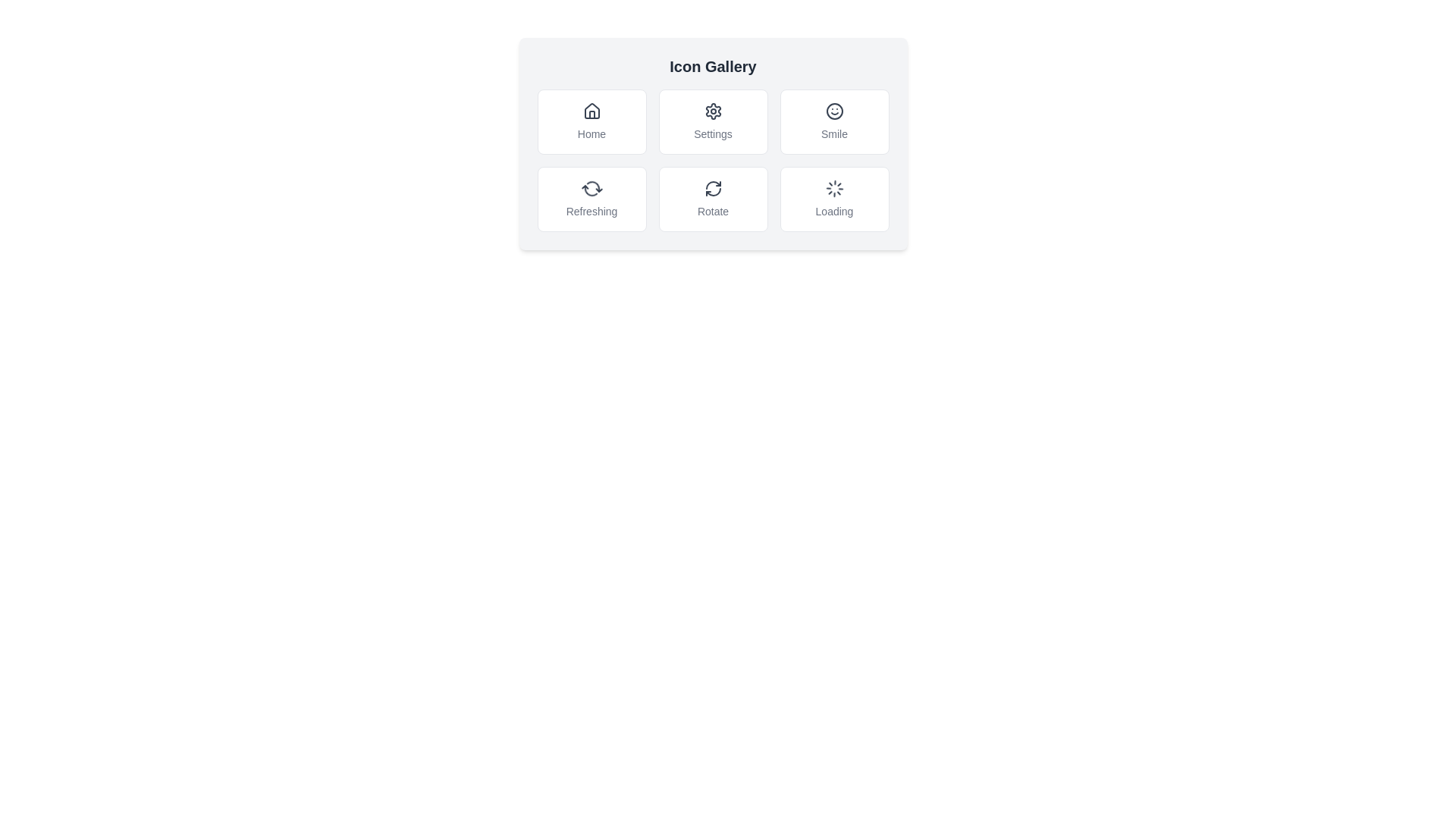  I want to click on the visual state of the 'Smile' icon located within the third button of the top row in the 'Icon Gallery', so click(833, 110).